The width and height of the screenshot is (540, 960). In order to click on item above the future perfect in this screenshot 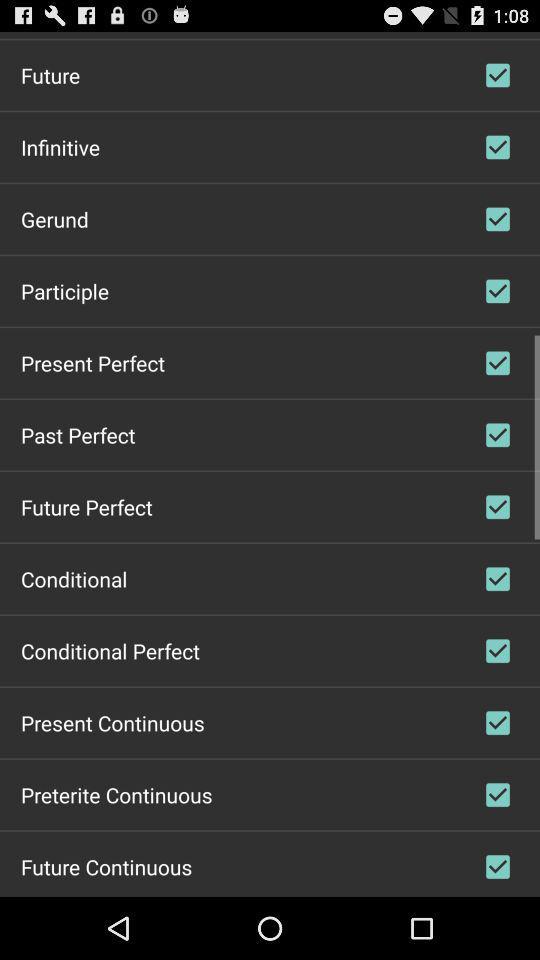, I will do `click(77, 434)`.